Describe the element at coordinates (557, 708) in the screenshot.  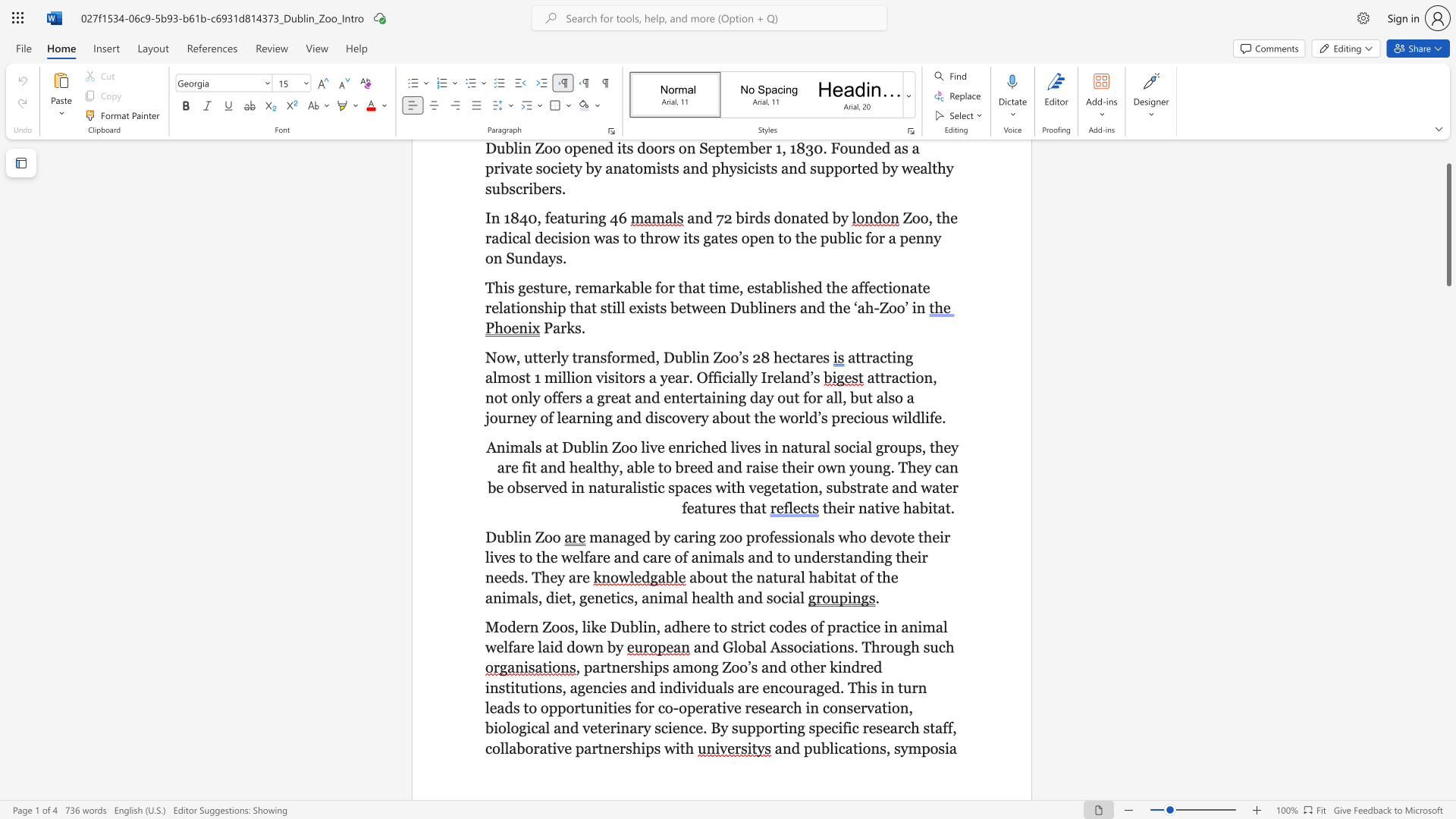
I see `the subset text "portunities for co-operative research in conservation, biological and veterinary science. By supporting specific research staff" within the text ", partnerships among Zoo’s and other kindred institutions, agencies and individuals are encouraged. This in turn leads to opportunities for co-operative research in conservation, biological and veterinary science. By supporting specific research staff, collaborative partnerships with"` at that location.